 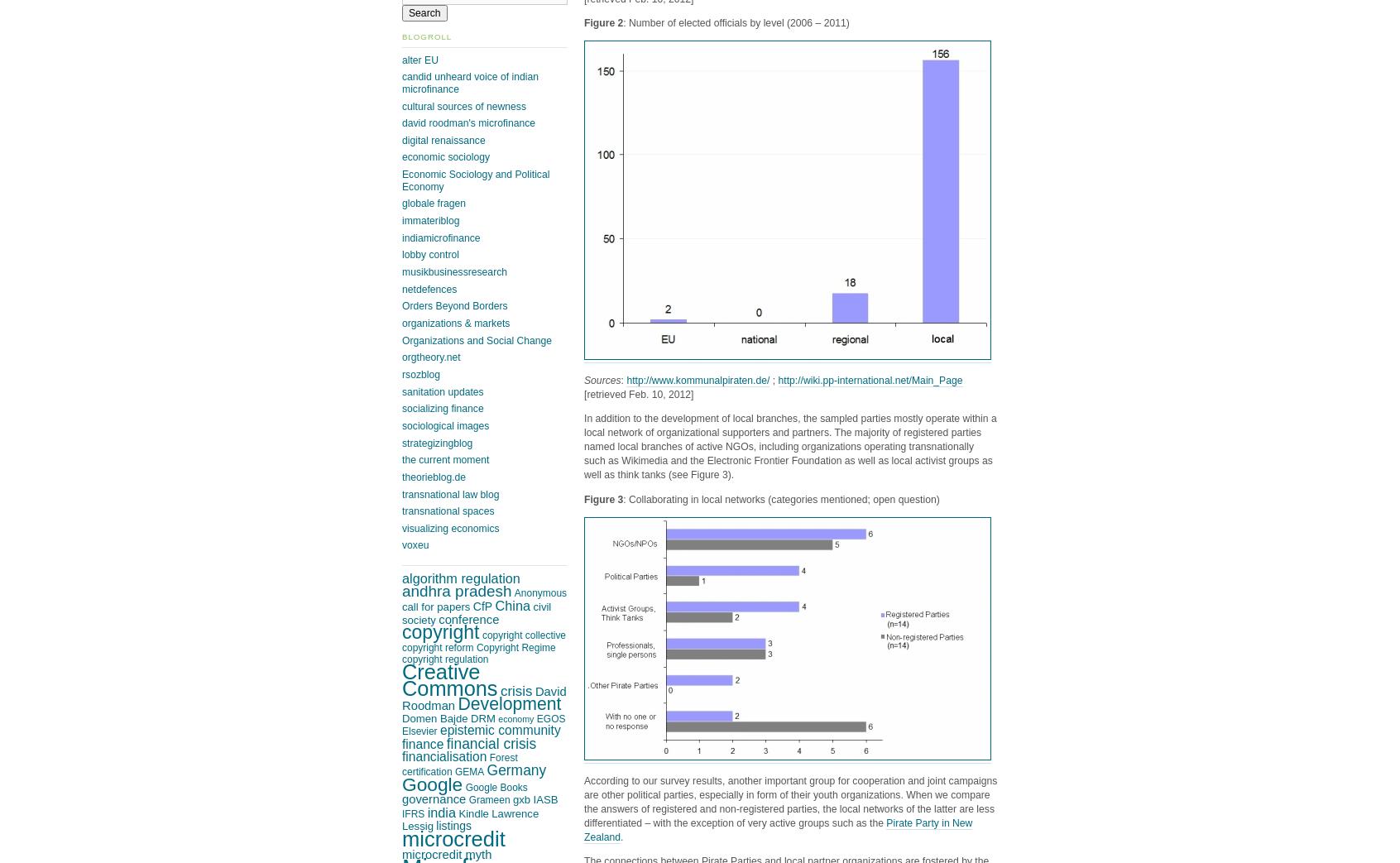 I want to click on 'call for papers', so click(x=400, y=606).